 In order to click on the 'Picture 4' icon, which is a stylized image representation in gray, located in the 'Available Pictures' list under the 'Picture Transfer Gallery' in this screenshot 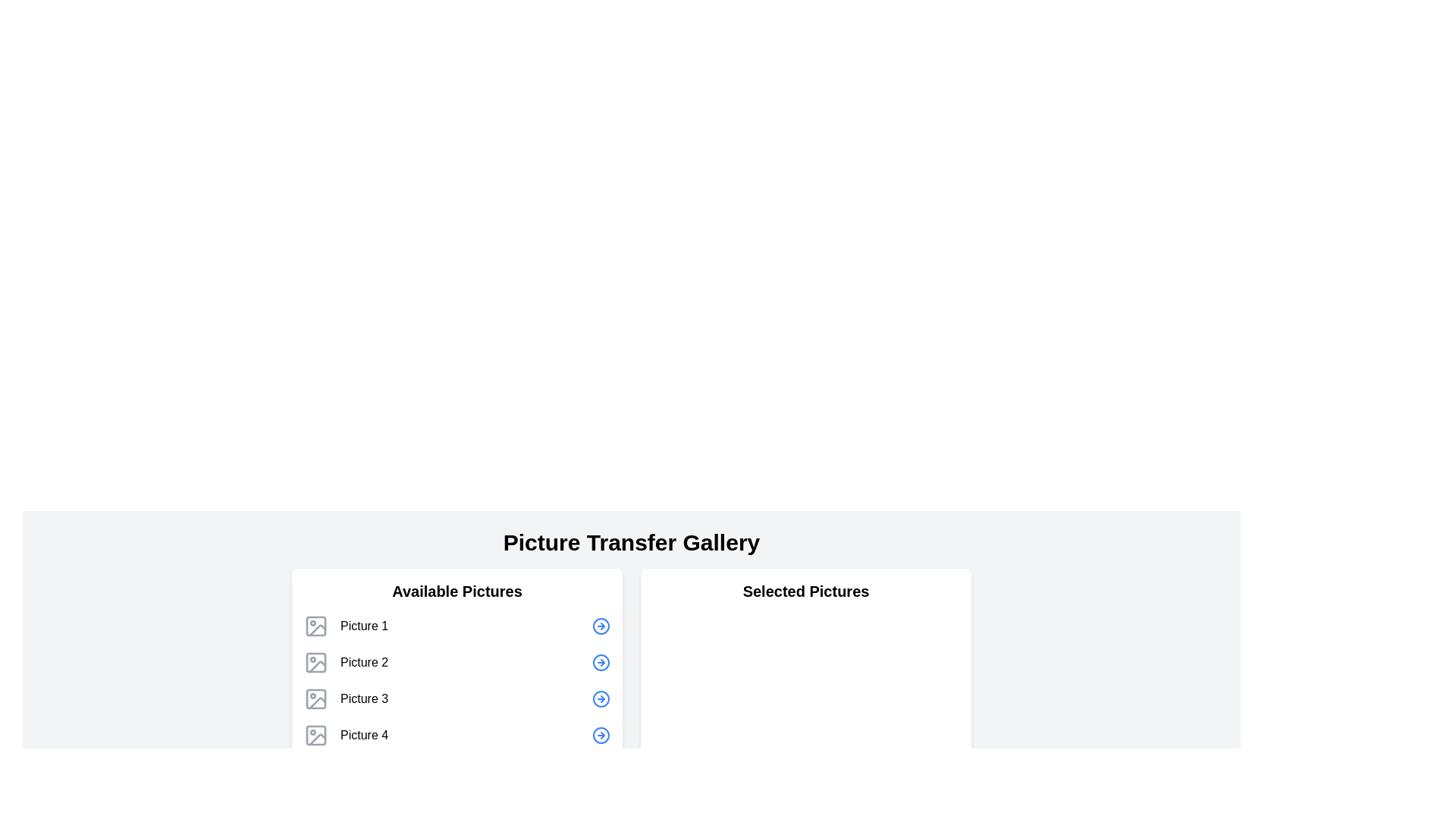, I will do `click(316, 739)`.